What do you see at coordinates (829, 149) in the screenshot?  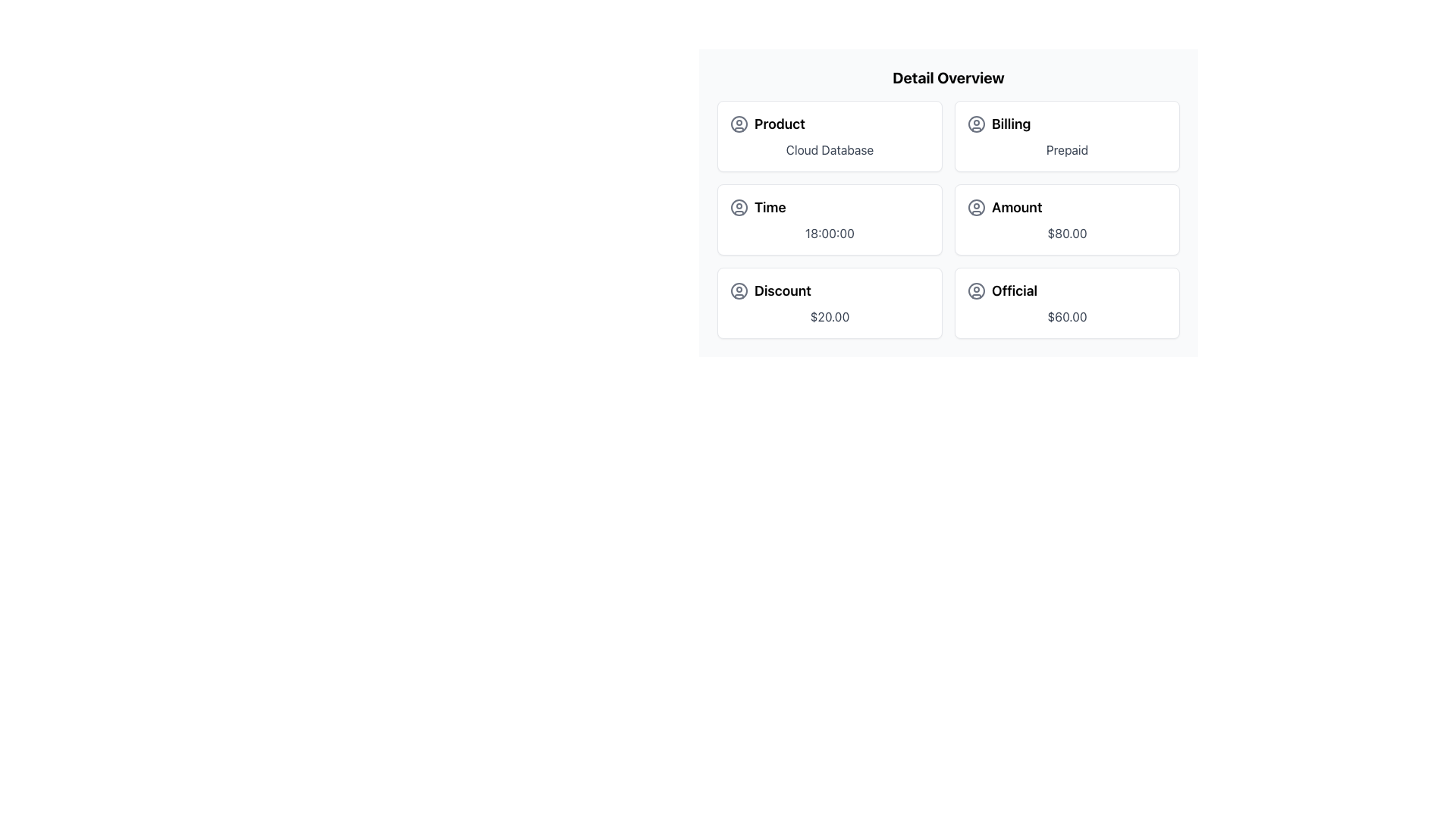 I see `the second text label in the 'Product' section that displays the product type or name` at bounding box center [829, 149].